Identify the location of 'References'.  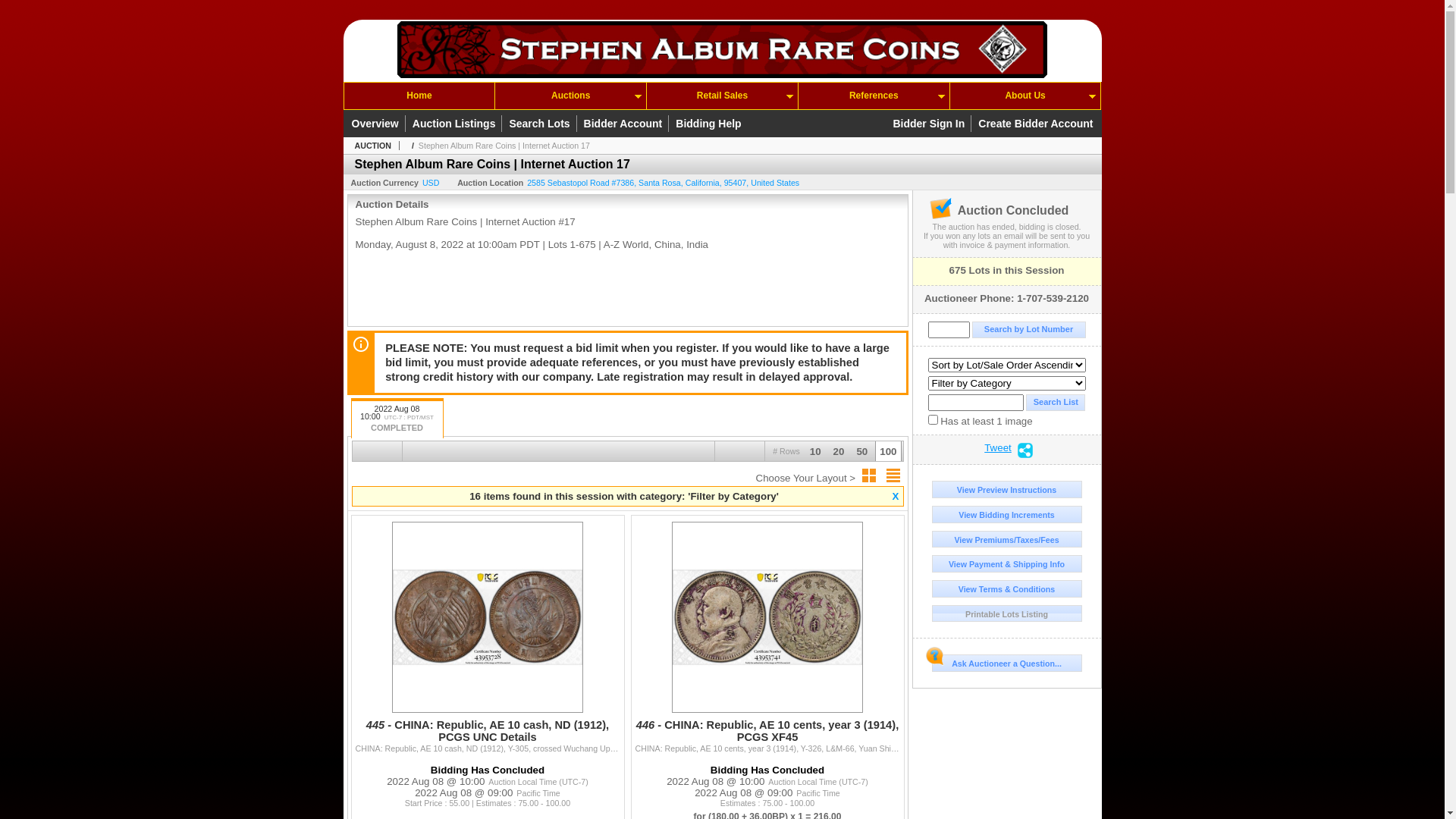
(874, 96).